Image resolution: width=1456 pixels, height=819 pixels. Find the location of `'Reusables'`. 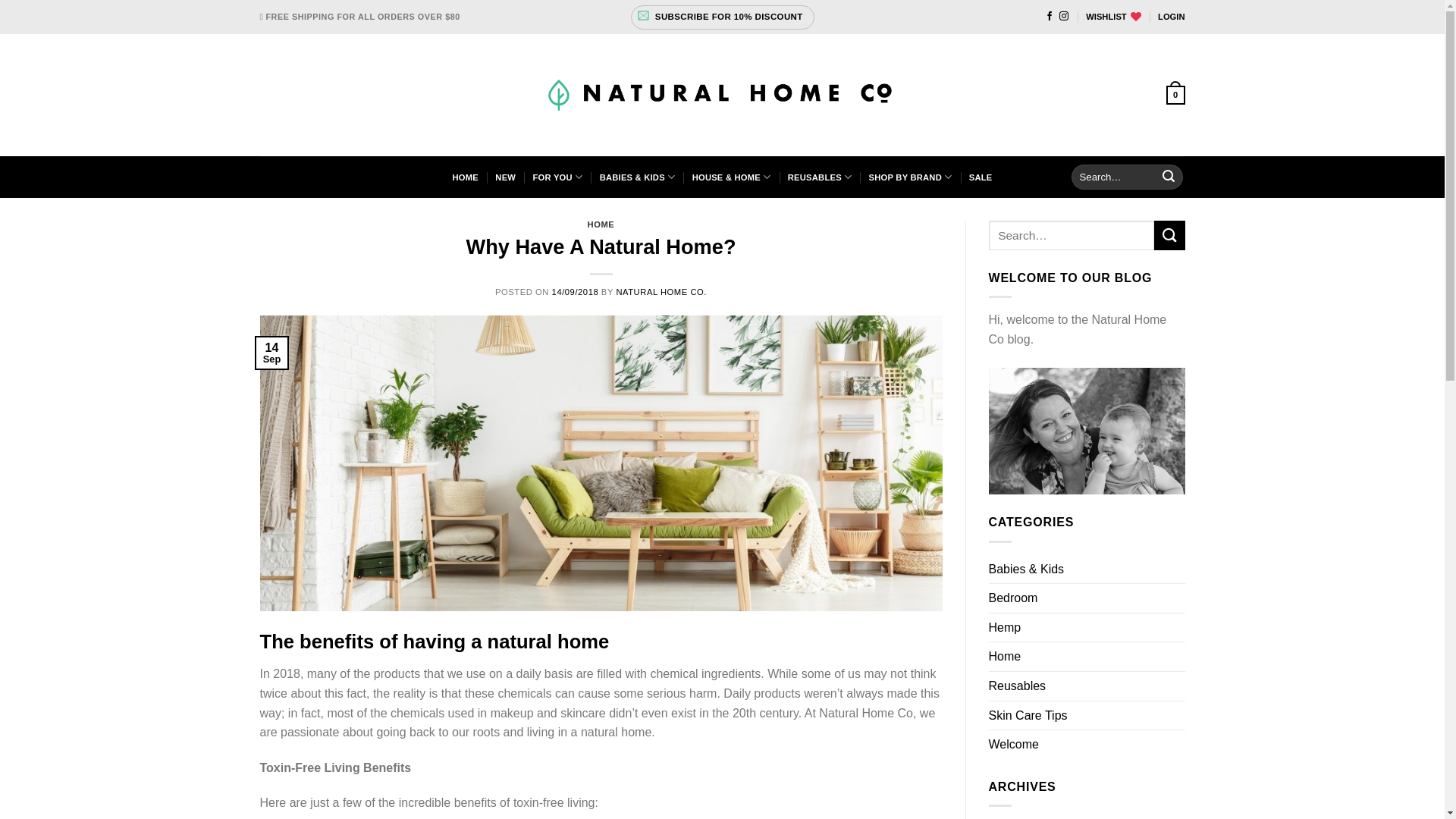

'Reusables' is located at coordinates (1018, 686).